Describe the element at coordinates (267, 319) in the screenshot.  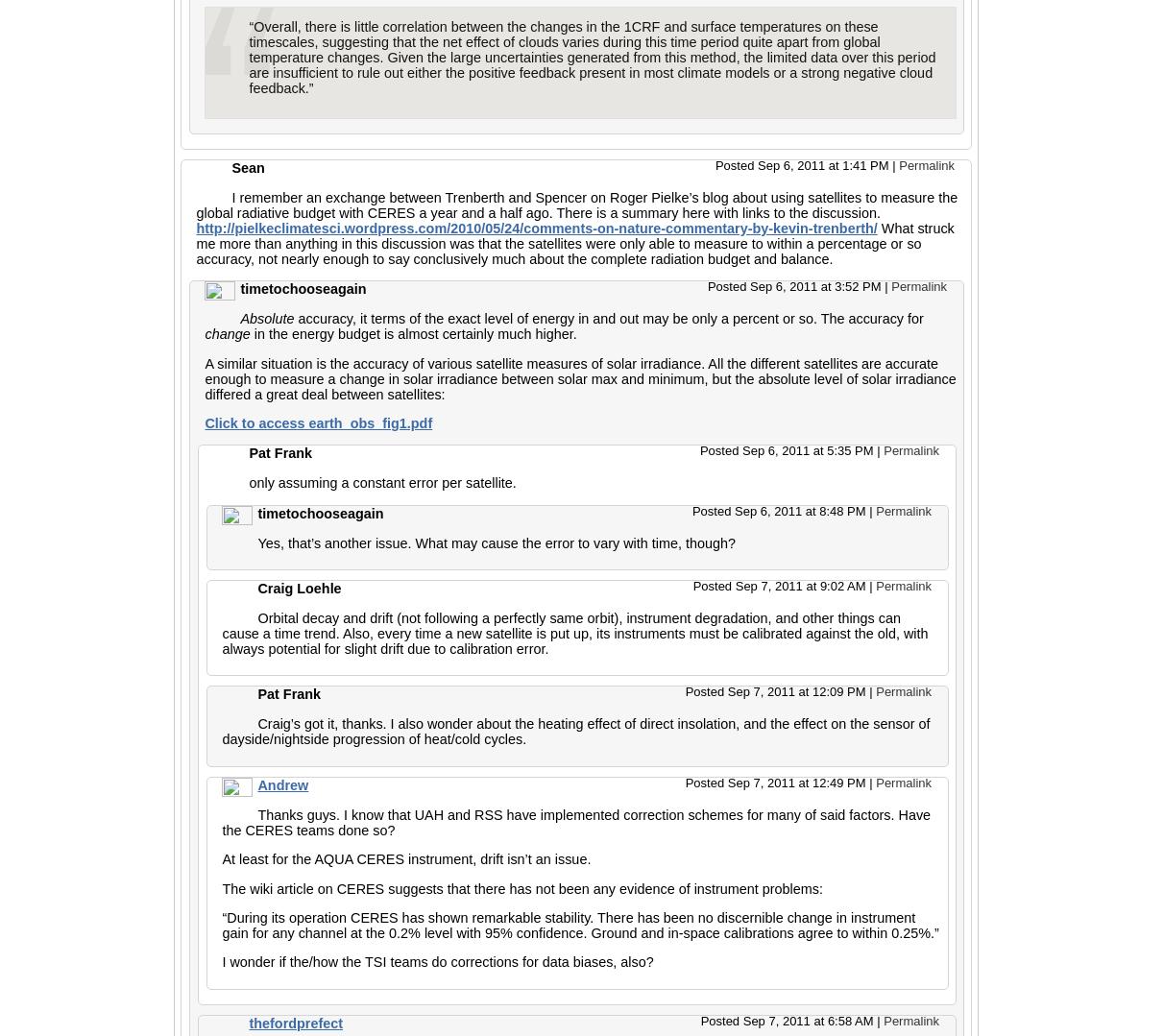
I see `'Absolute'` at that location.